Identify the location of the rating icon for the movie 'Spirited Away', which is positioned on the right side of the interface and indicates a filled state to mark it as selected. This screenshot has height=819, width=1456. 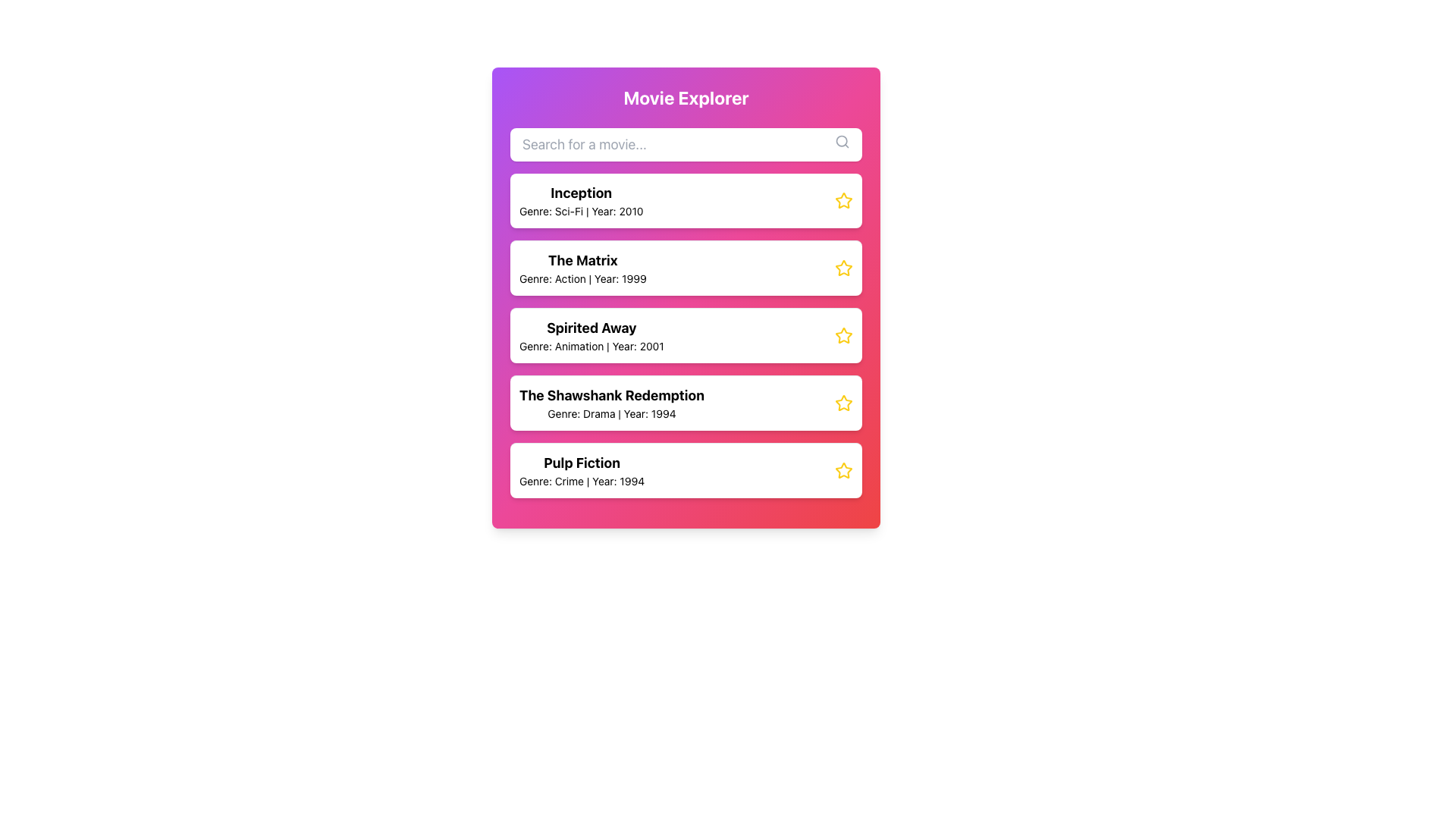
(843, 335).